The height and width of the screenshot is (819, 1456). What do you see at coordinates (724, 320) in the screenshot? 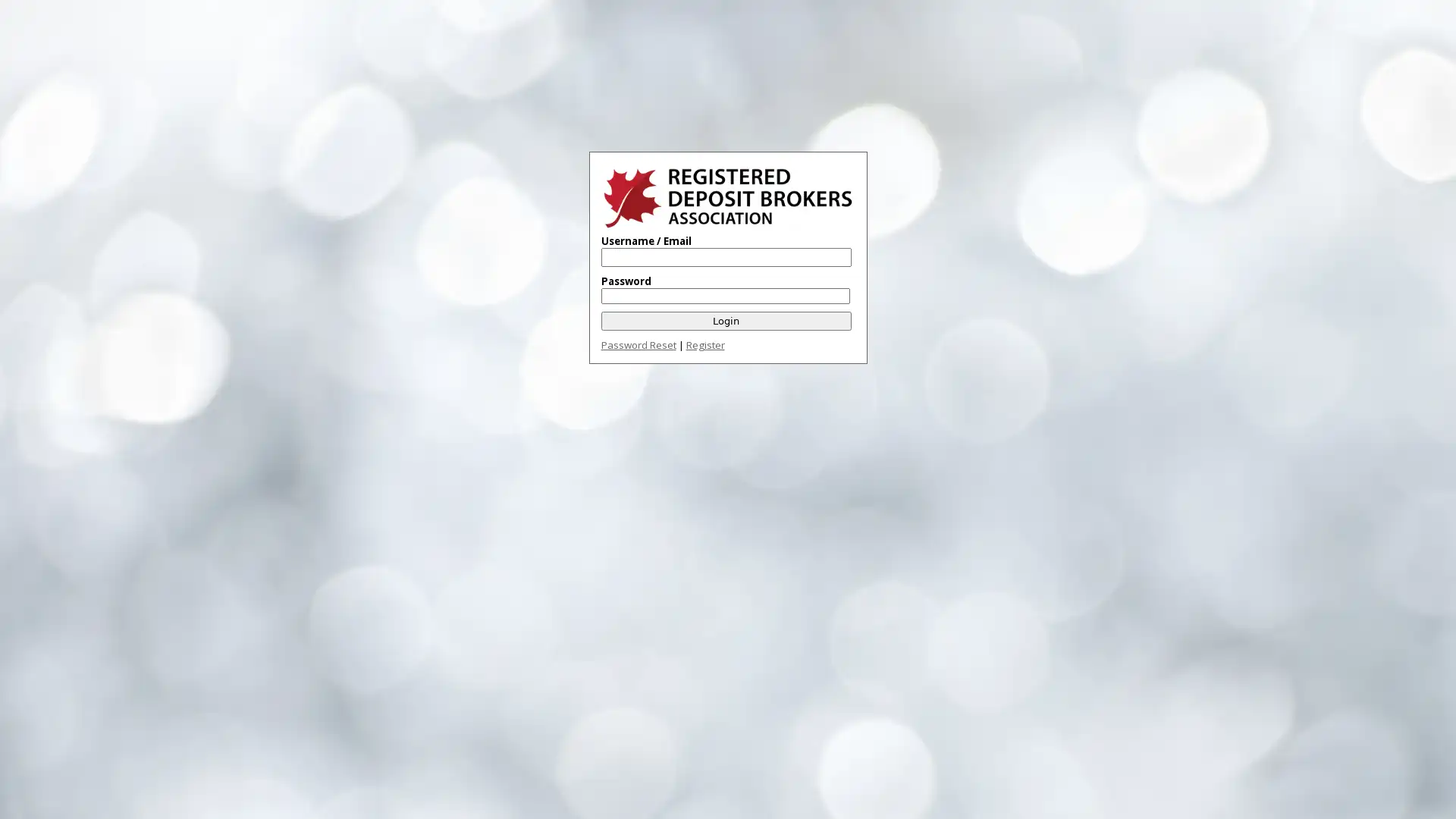
I see `Login` at bounding box center [724, 320].